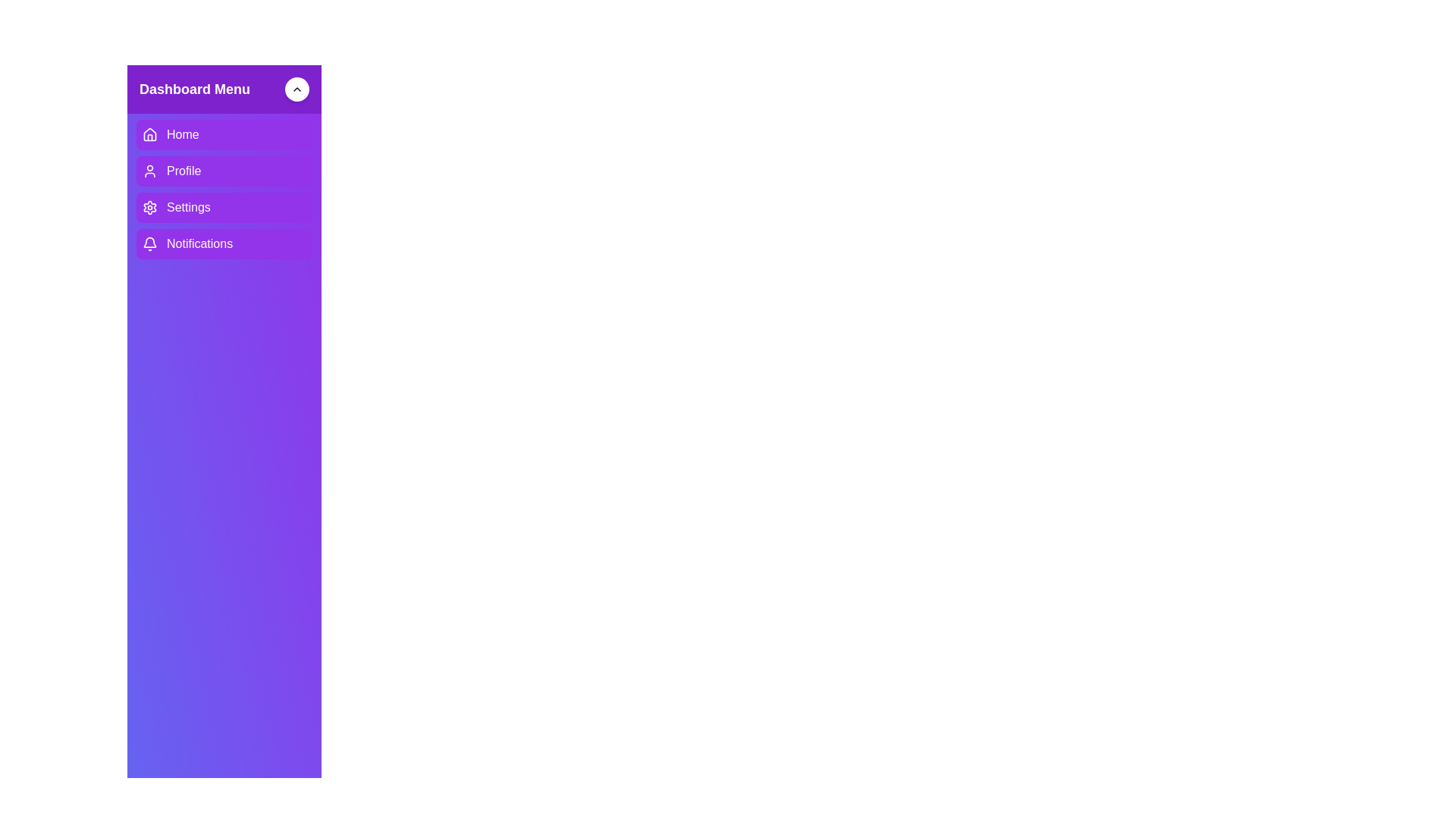 The image size is (1456, 819). I want to click on the bell icon in the sidebar menu, which is associated with the 'Notifications' entry and positioned between the 'Settings' icon and no other menu entry, so click(149, 241).